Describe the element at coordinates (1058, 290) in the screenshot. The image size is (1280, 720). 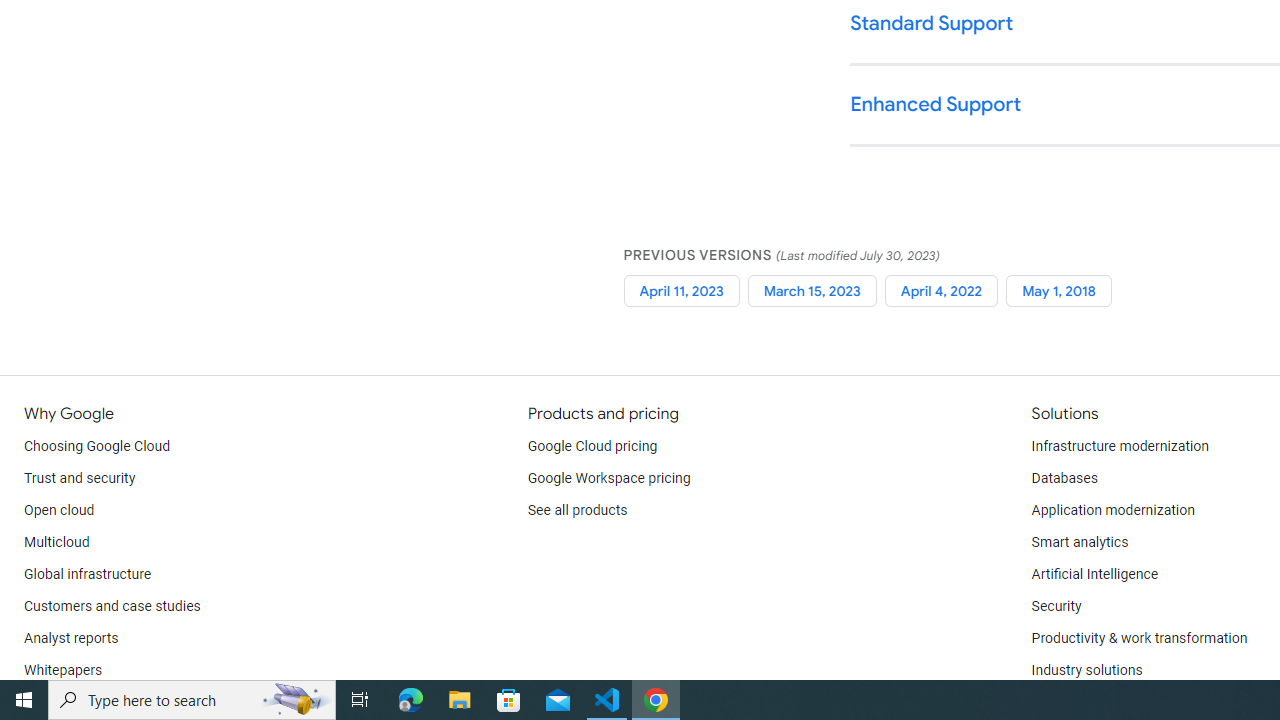
I see `'May 1, 2018'` at that location.